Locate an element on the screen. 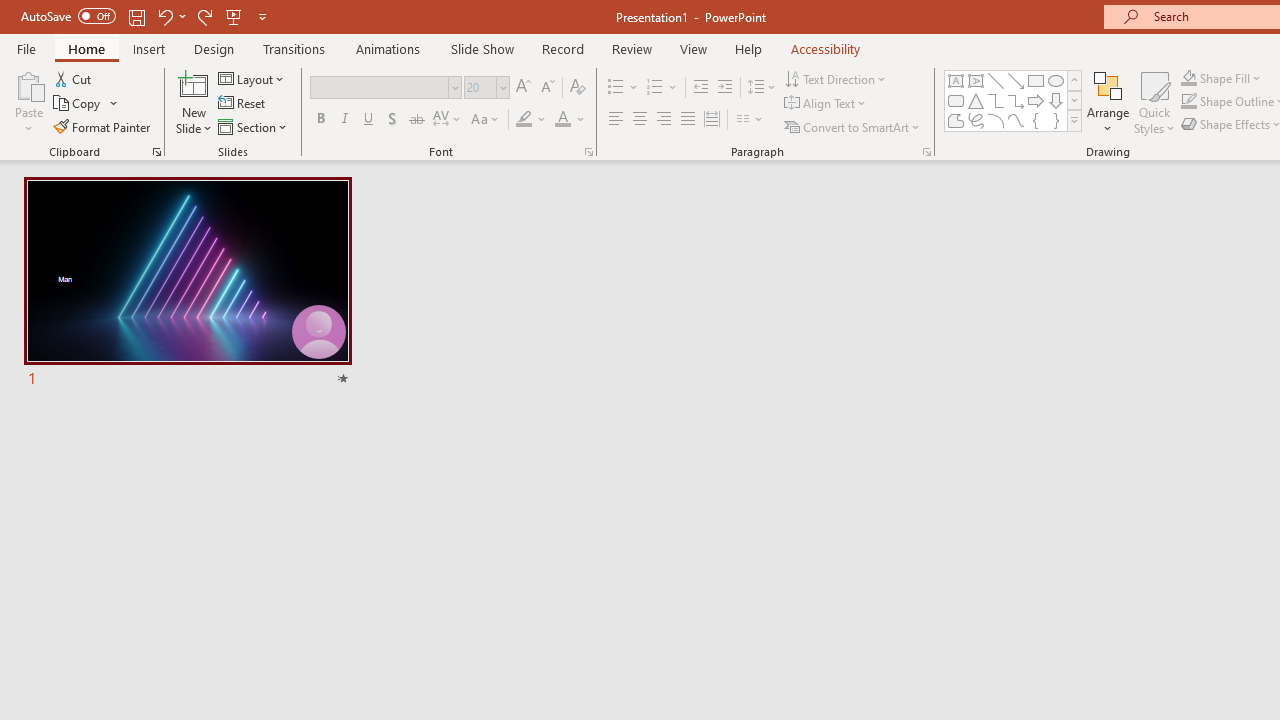 This screenshot has height=720, width=1280. 'Curve' is located at coordinates (1016, 120).